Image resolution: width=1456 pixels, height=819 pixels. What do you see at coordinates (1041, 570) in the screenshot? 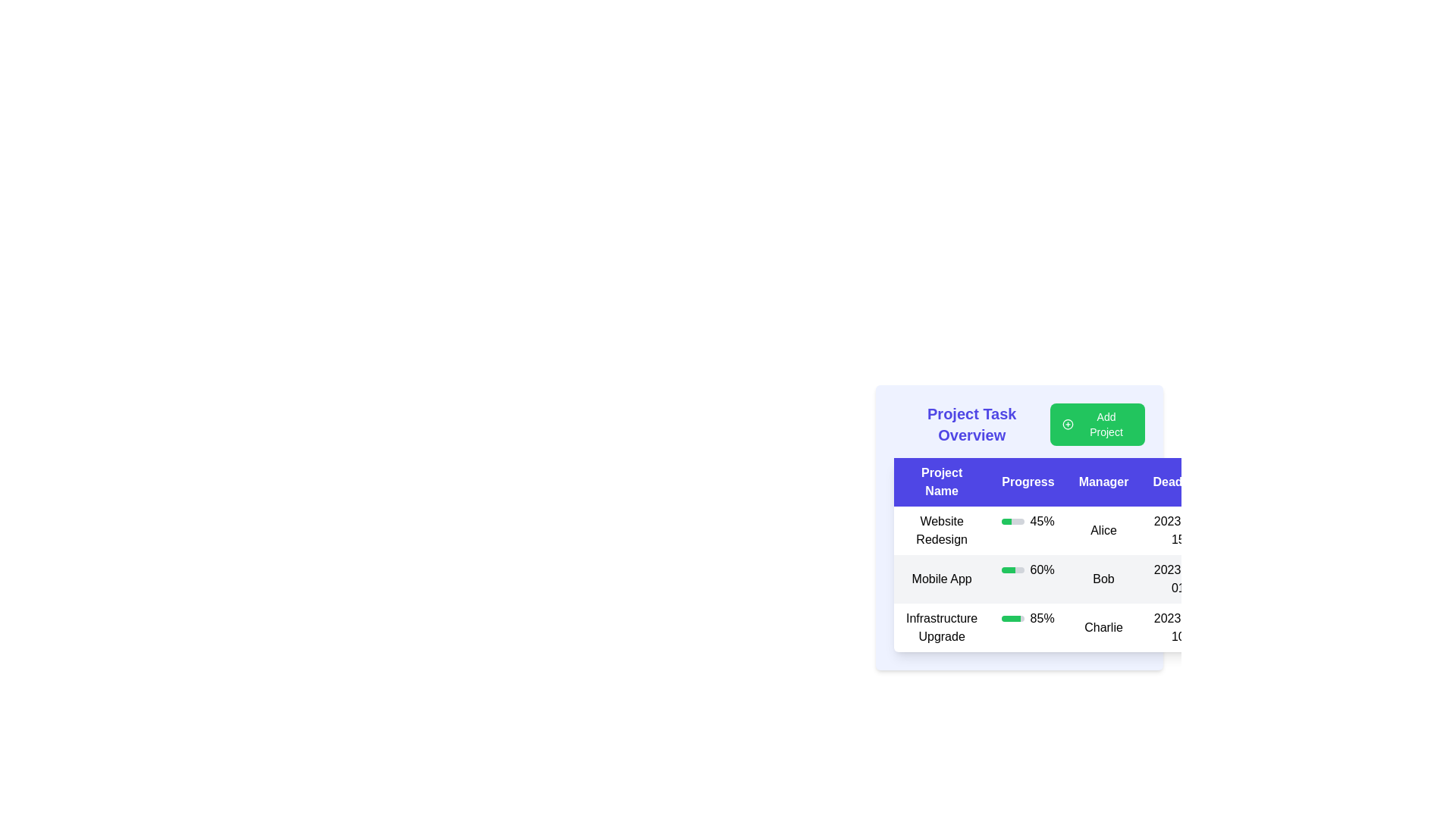
I see `the static text displaying '60%' in black font on a light gray background, located in the 'Progress' column of the second row in the 'Project Task Overview' section` at bounding box center [1041, 570].